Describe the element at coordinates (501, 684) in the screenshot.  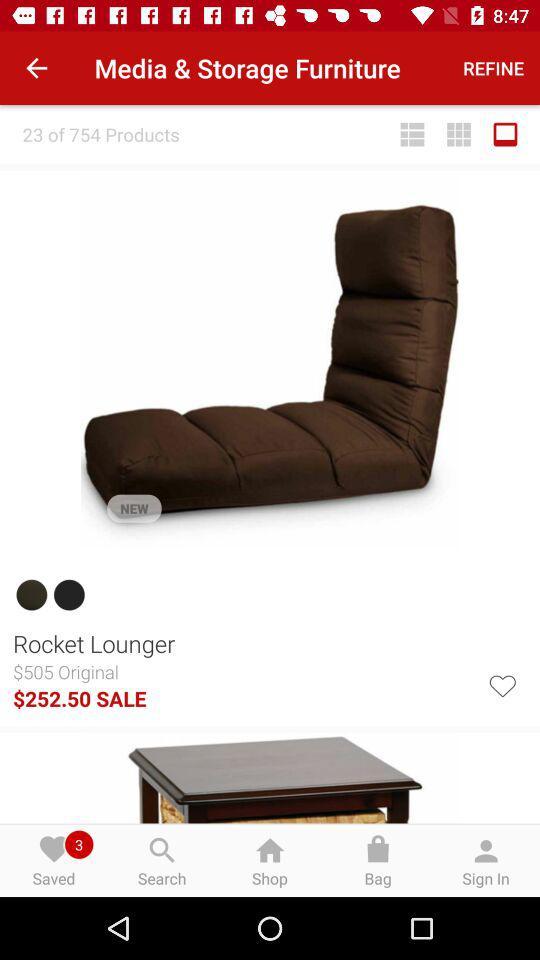
I see `like click` at that location.